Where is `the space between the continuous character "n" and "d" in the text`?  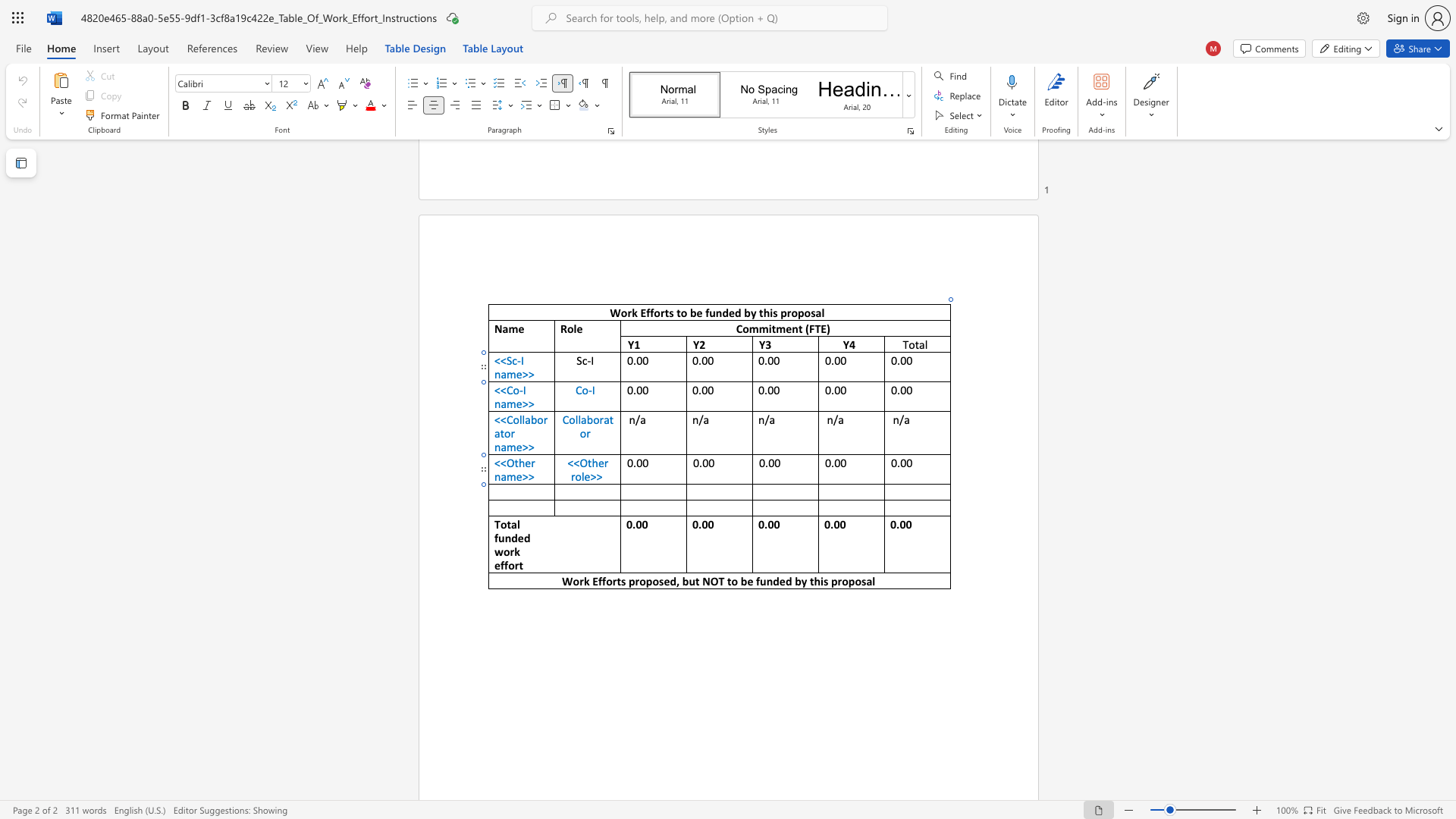 the space between the continuous character "n" and "d" in the text is located at coordinates (511, 537).